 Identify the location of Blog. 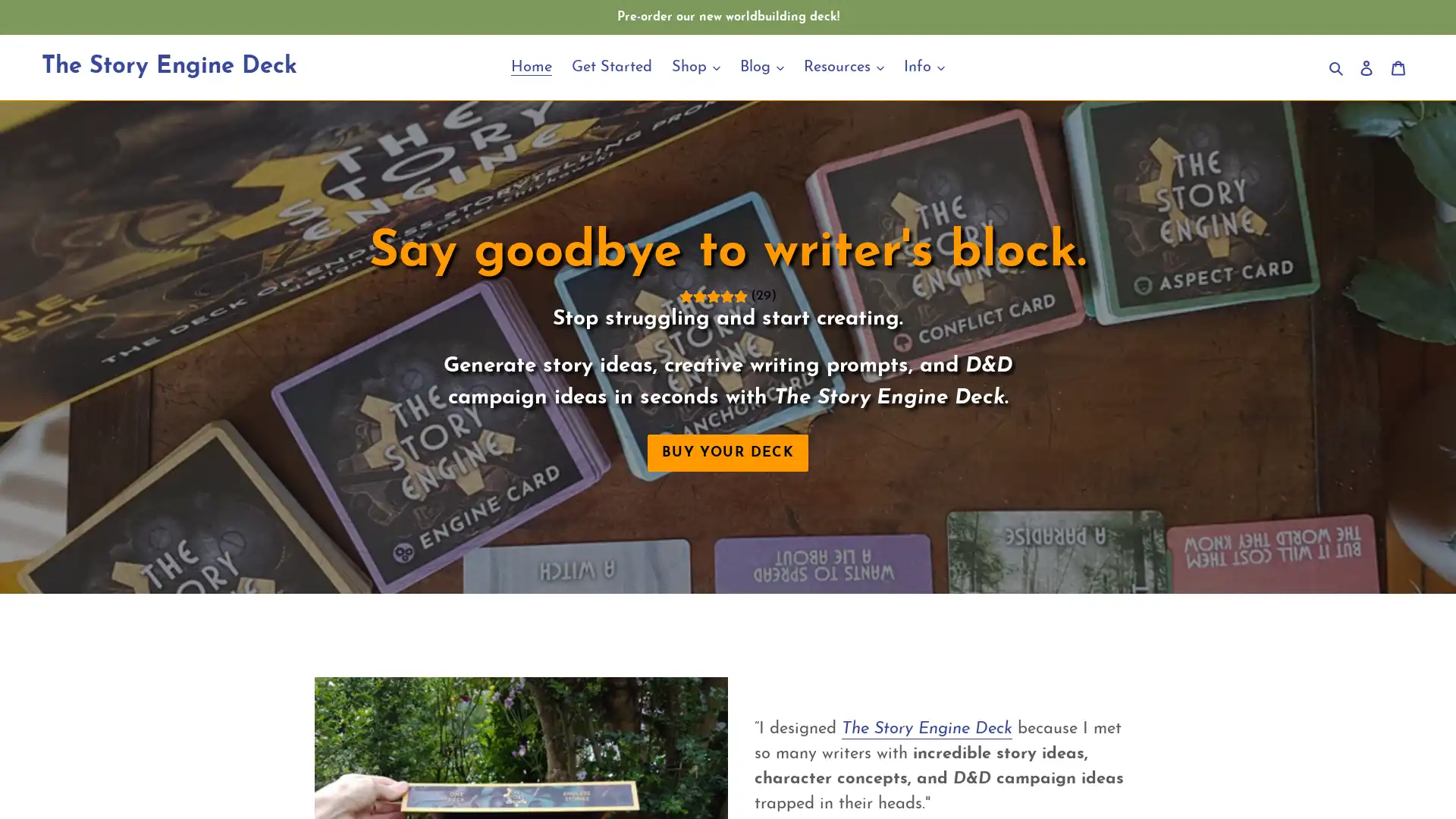
(761, 66).